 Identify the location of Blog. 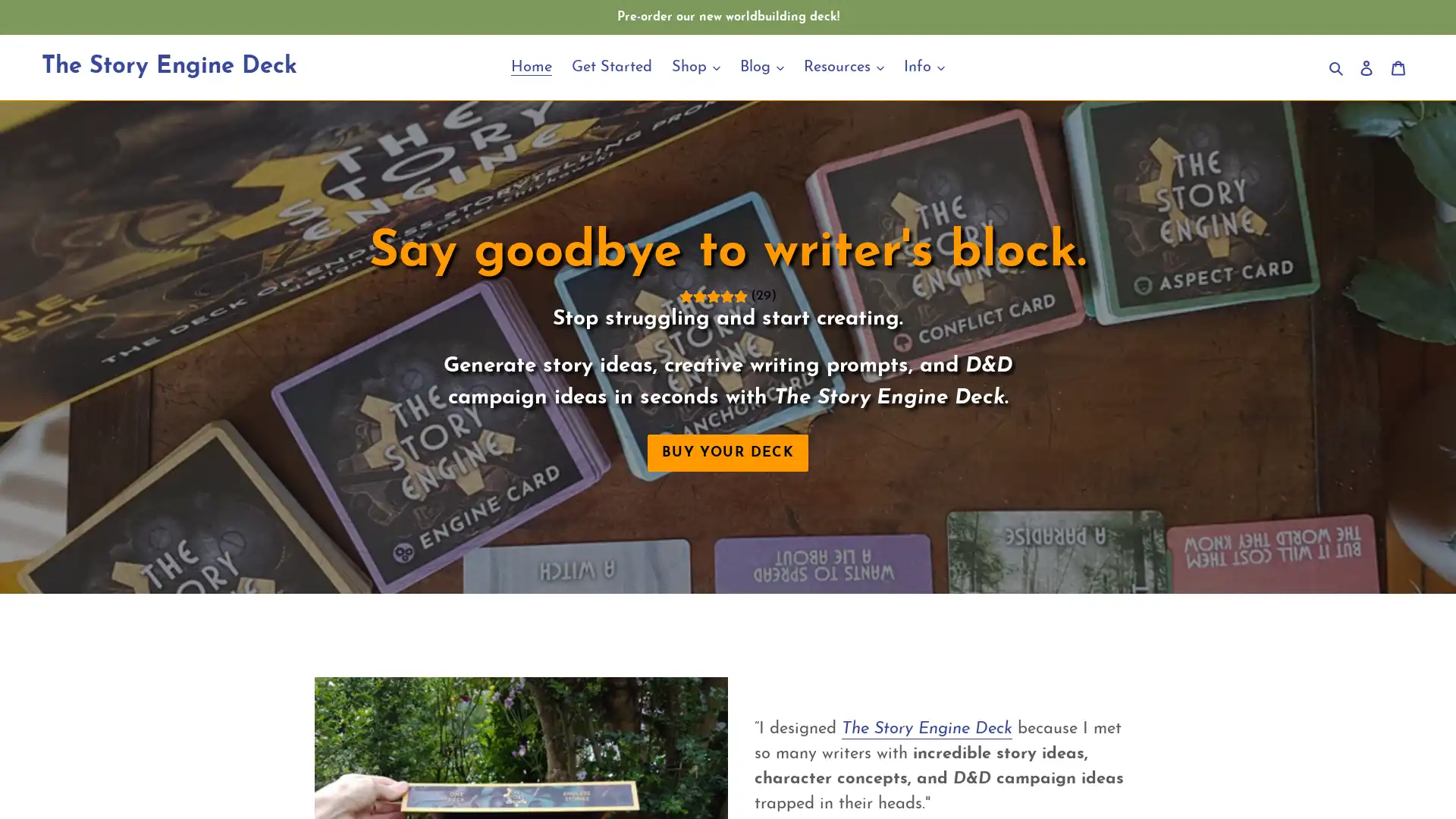
(761, 66).